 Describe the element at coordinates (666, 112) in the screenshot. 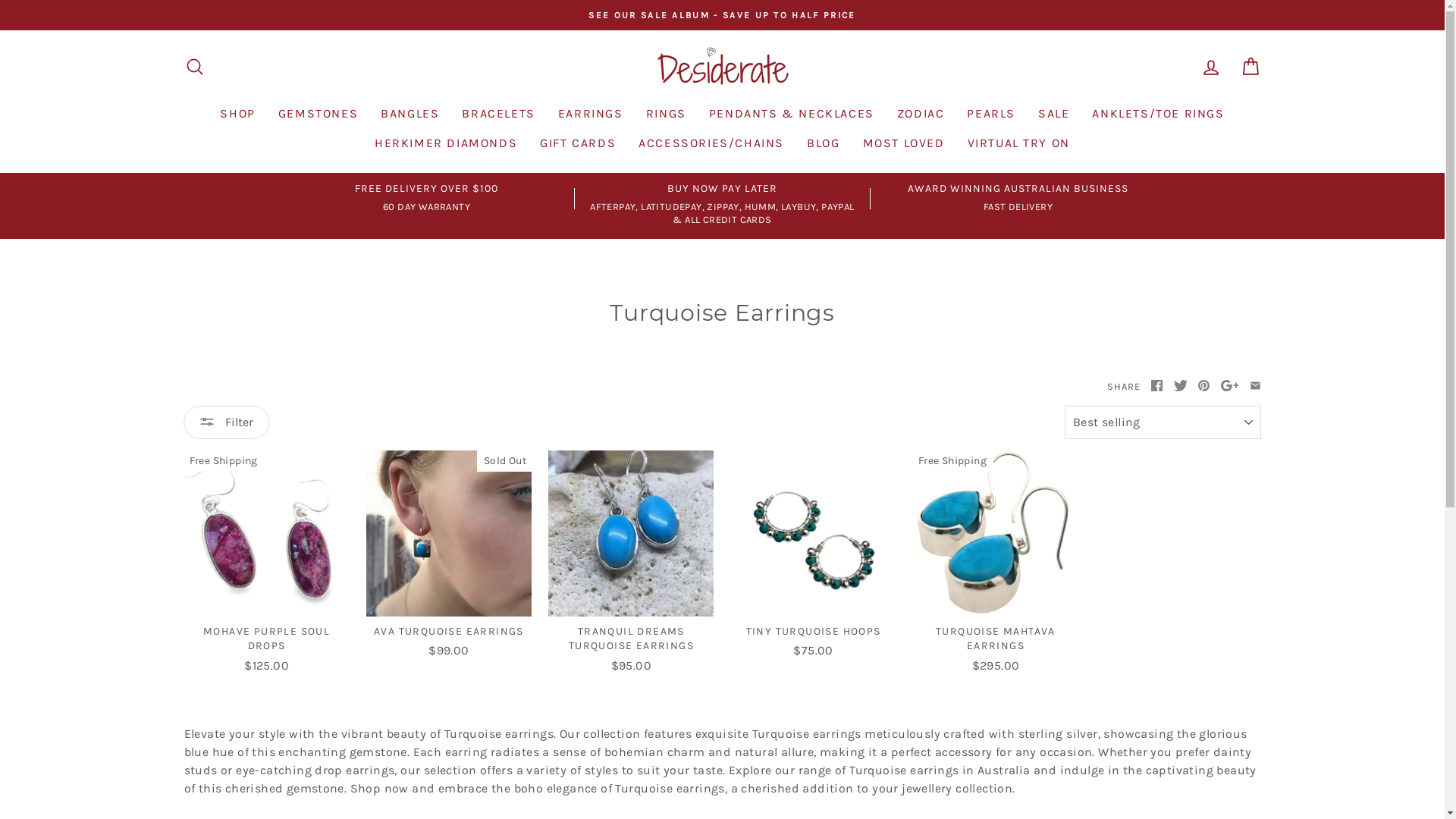

I see `'RINGS'` at that location.